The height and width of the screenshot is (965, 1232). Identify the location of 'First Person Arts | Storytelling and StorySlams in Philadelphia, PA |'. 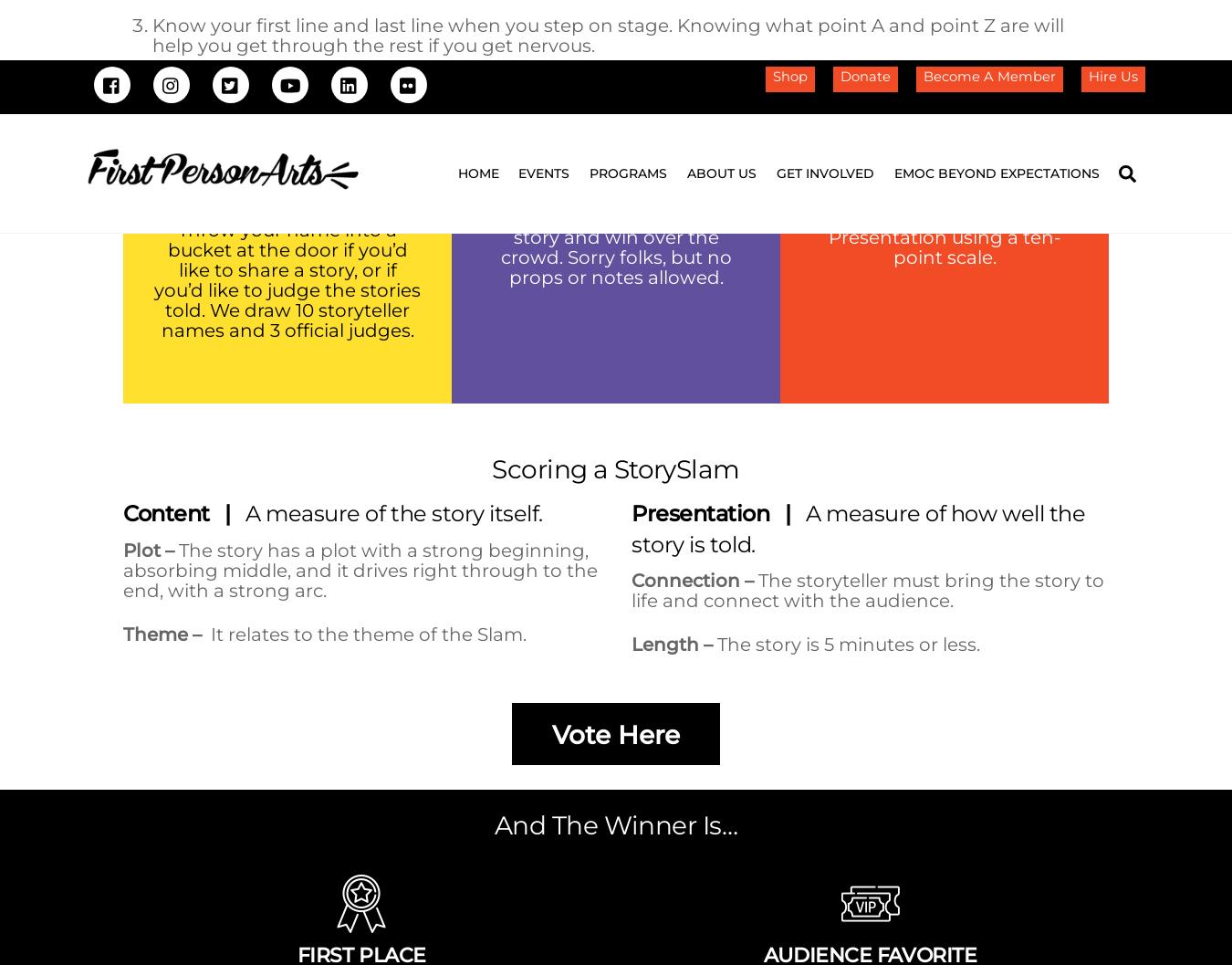
(604, 825).